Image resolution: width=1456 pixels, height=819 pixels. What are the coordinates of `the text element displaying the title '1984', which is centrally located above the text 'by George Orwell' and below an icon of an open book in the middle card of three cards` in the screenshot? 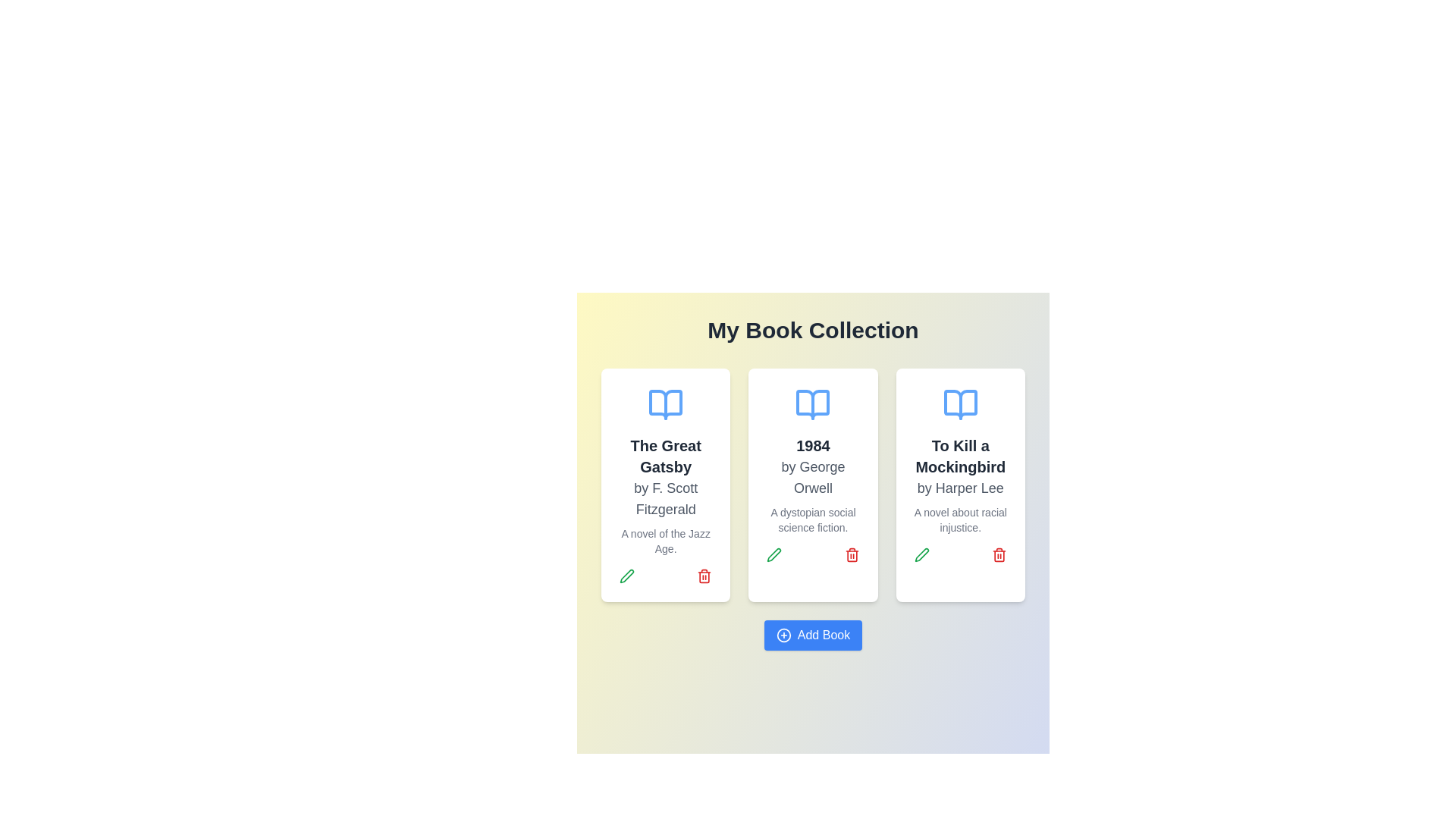 It's located at (812, 444).